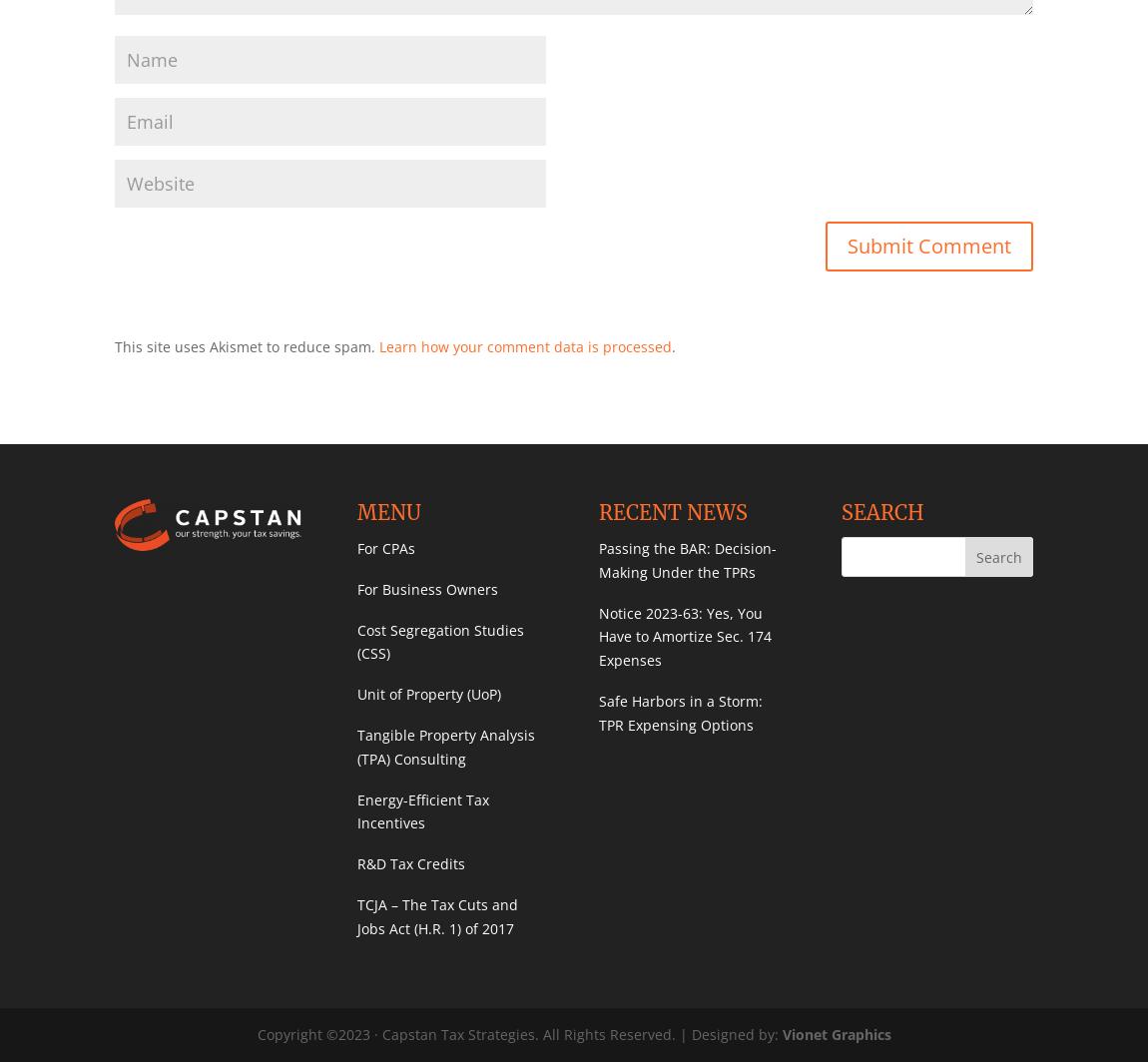 The height and width of the screenshot is (1062, 1148). Describe the element at coordinates (673, 345) in the screenshot. I see `'.'` at that location.